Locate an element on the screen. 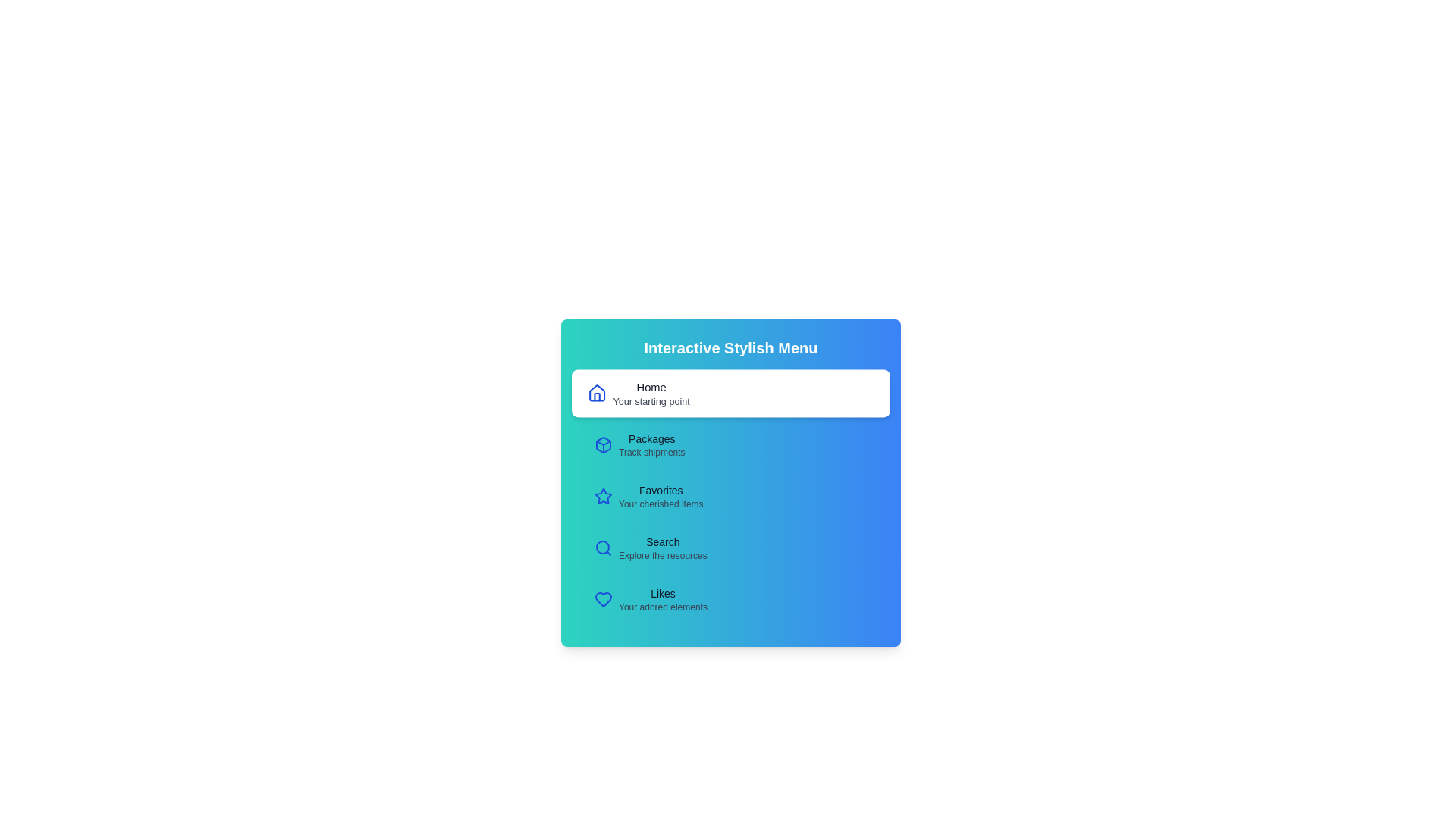 This screenshot has width=1456, height=819. the menu item Home is located at coordinates (731, 393).